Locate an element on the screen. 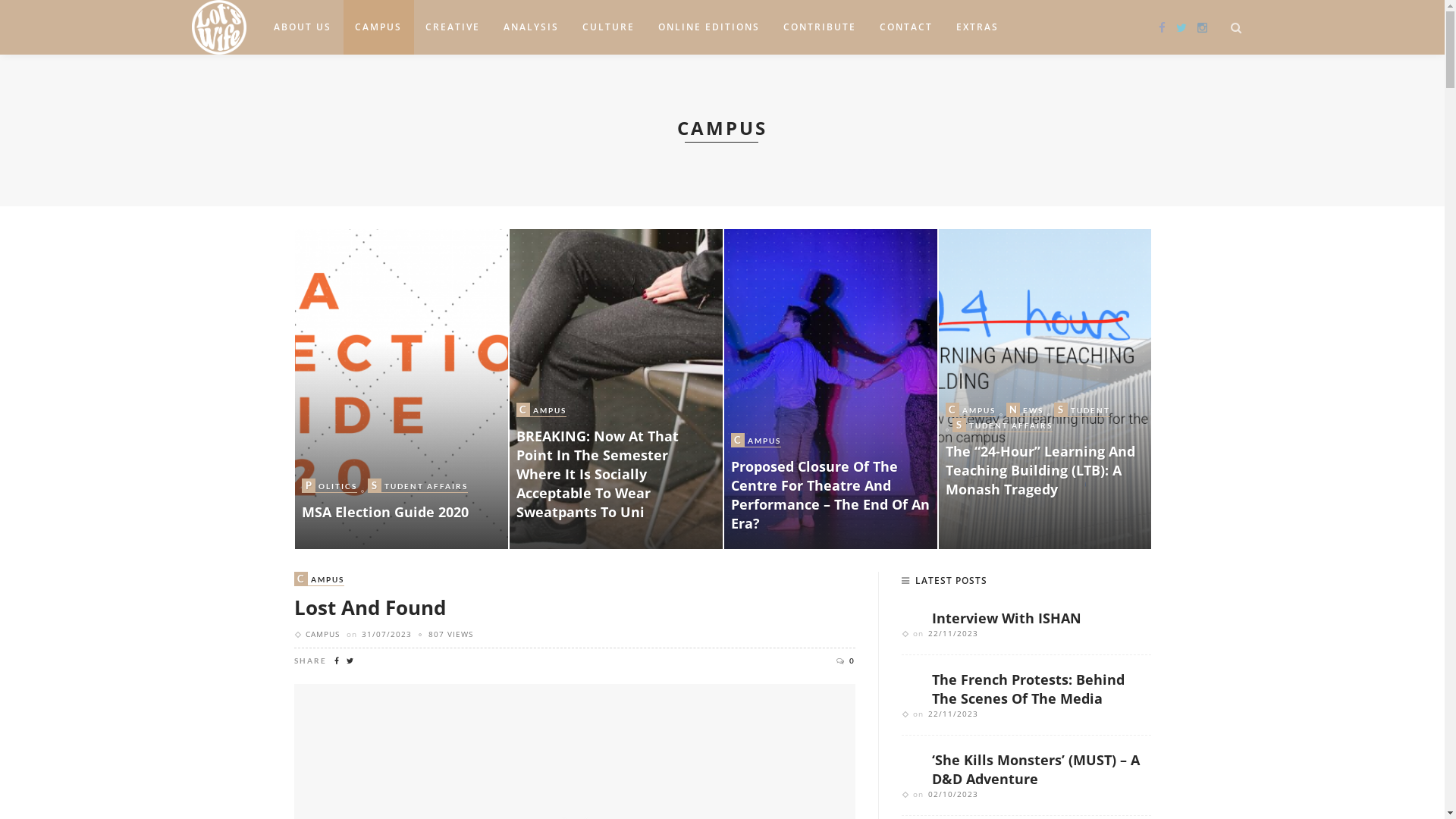 The height and width of the screenshot is (819, 1456). 'ABOUT US' is located at coordinates (302, 27).